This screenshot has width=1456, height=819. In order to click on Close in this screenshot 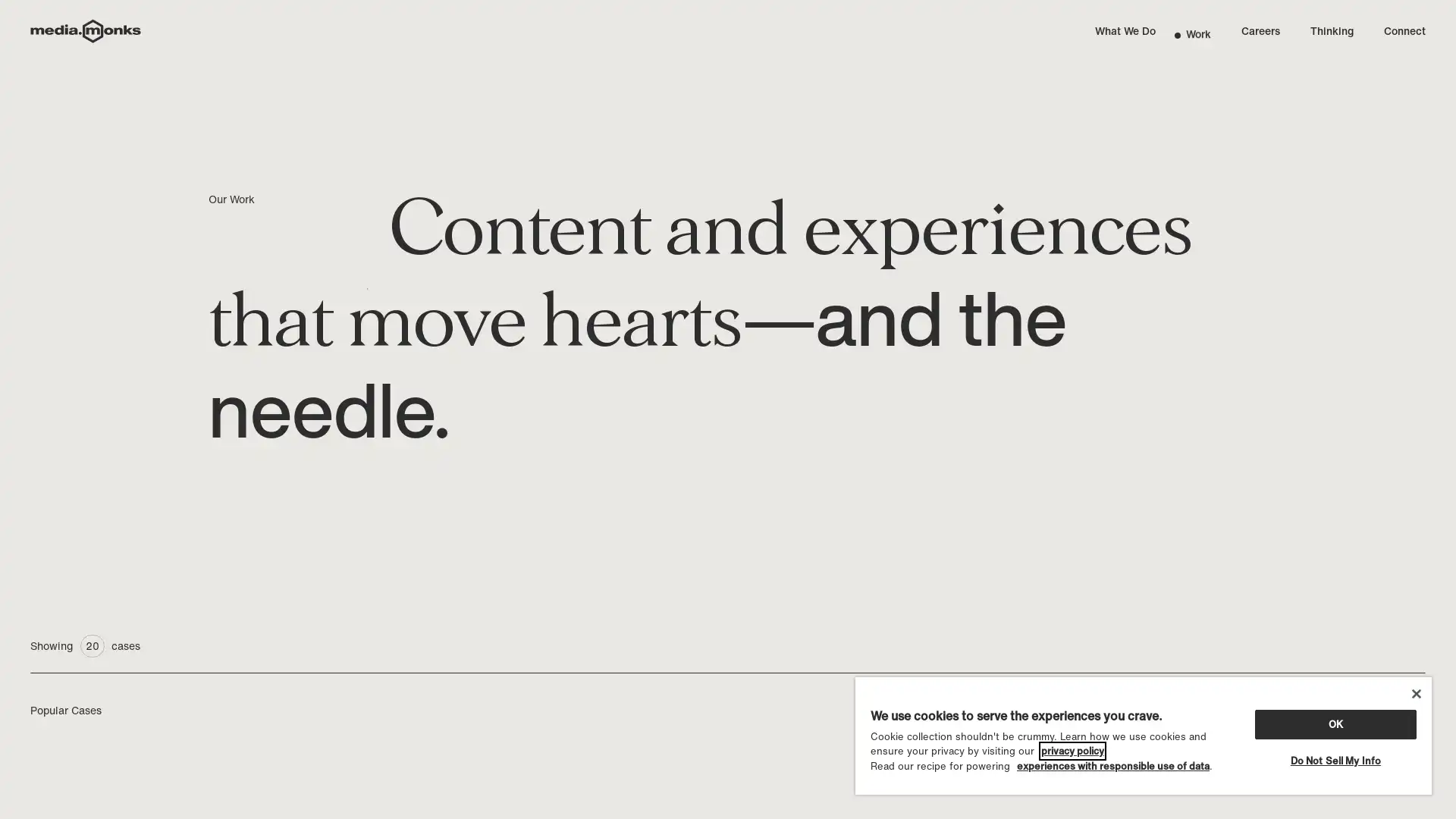, I will do `click(1415, 693)`.